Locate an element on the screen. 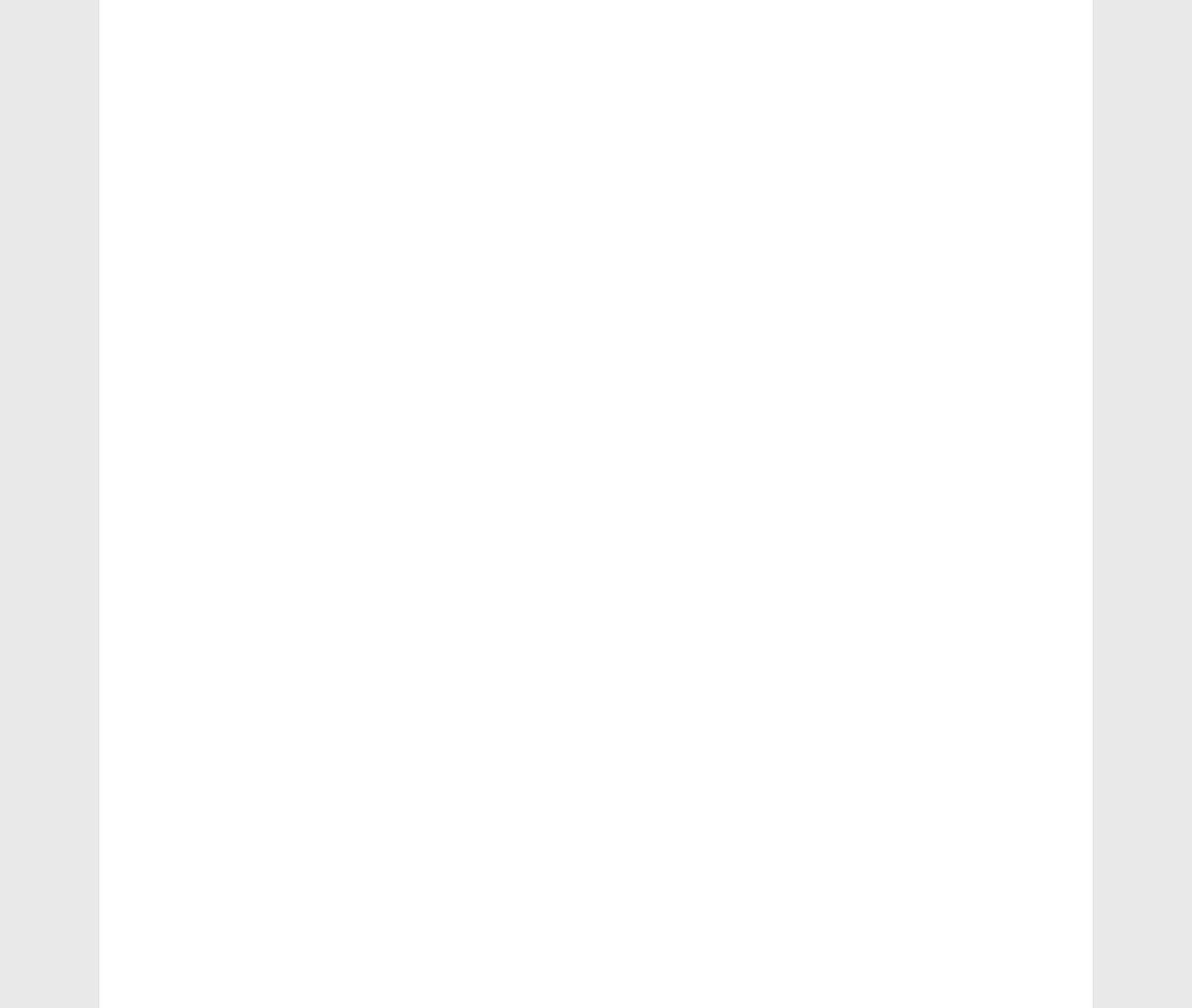  'Relationships amp; Family' is located at coordinates (227, 641).